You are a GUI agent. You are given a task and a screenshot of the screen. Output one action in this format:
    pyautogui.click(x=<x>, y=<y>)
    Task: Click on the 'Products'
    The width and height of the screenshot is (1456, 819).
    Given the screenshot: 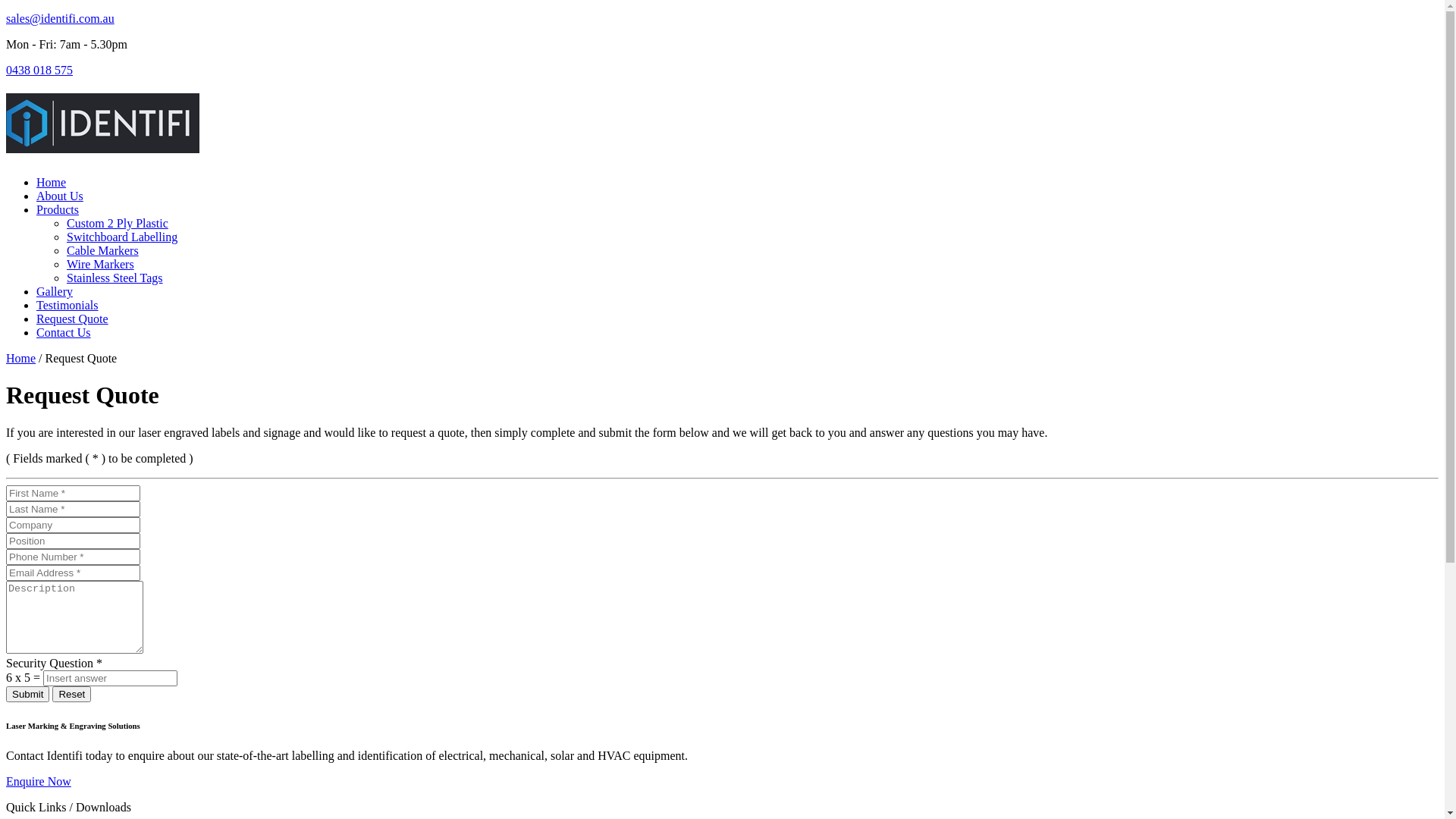 What is the action you would take?
    pyautogui.click(x=58, y=209)
    